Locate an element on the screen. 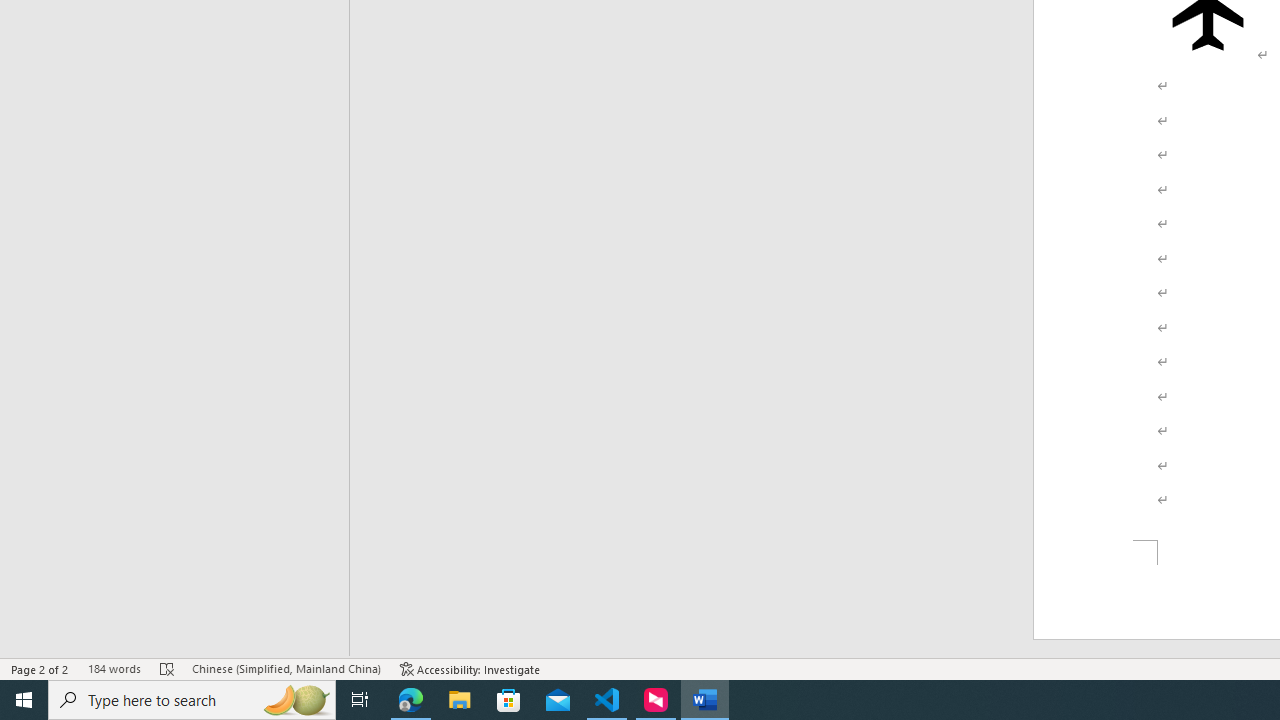 The image size is (1280, 720). 'Language Chinese (Simplified, Mainland China)' is located at coordinates (285, 669).